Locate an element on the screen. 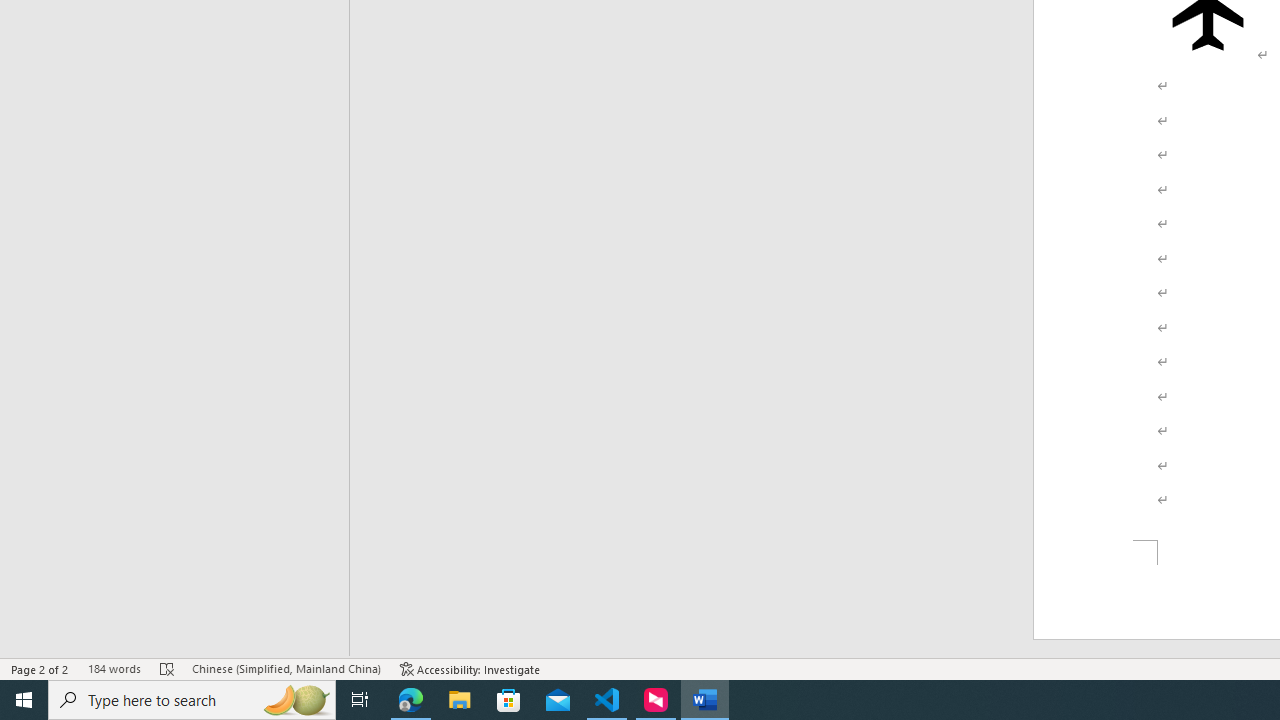 The image size is (1280, 720). 'Language Chinese (Simplified, Mainland China)' is located at coordinates (285, 669).